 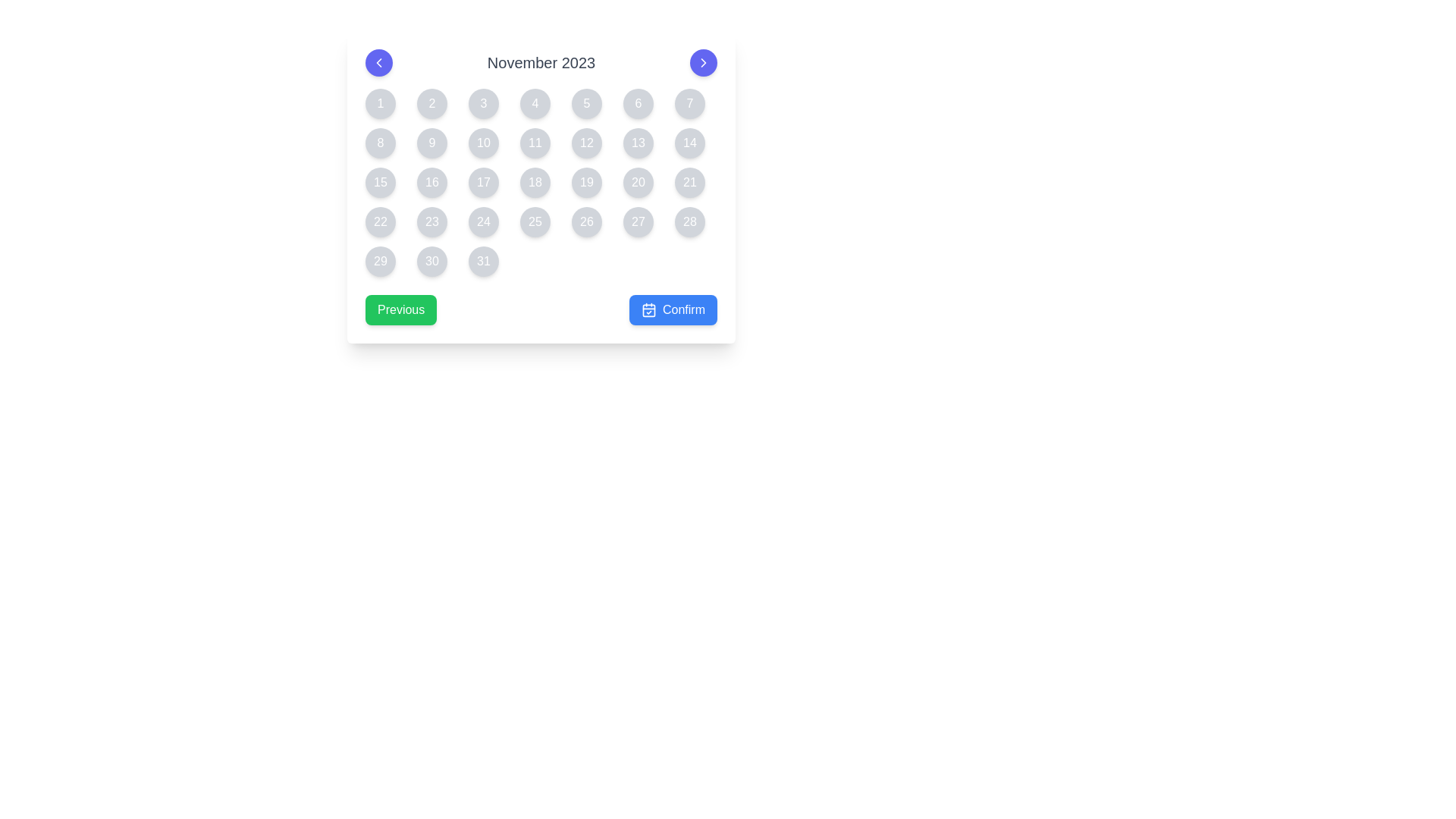 What do you see at coordinates (535, 143) in the screenshot?
I see `the button representing the 11th day of the month in the calendar interface` at bounding box center [535, 143].